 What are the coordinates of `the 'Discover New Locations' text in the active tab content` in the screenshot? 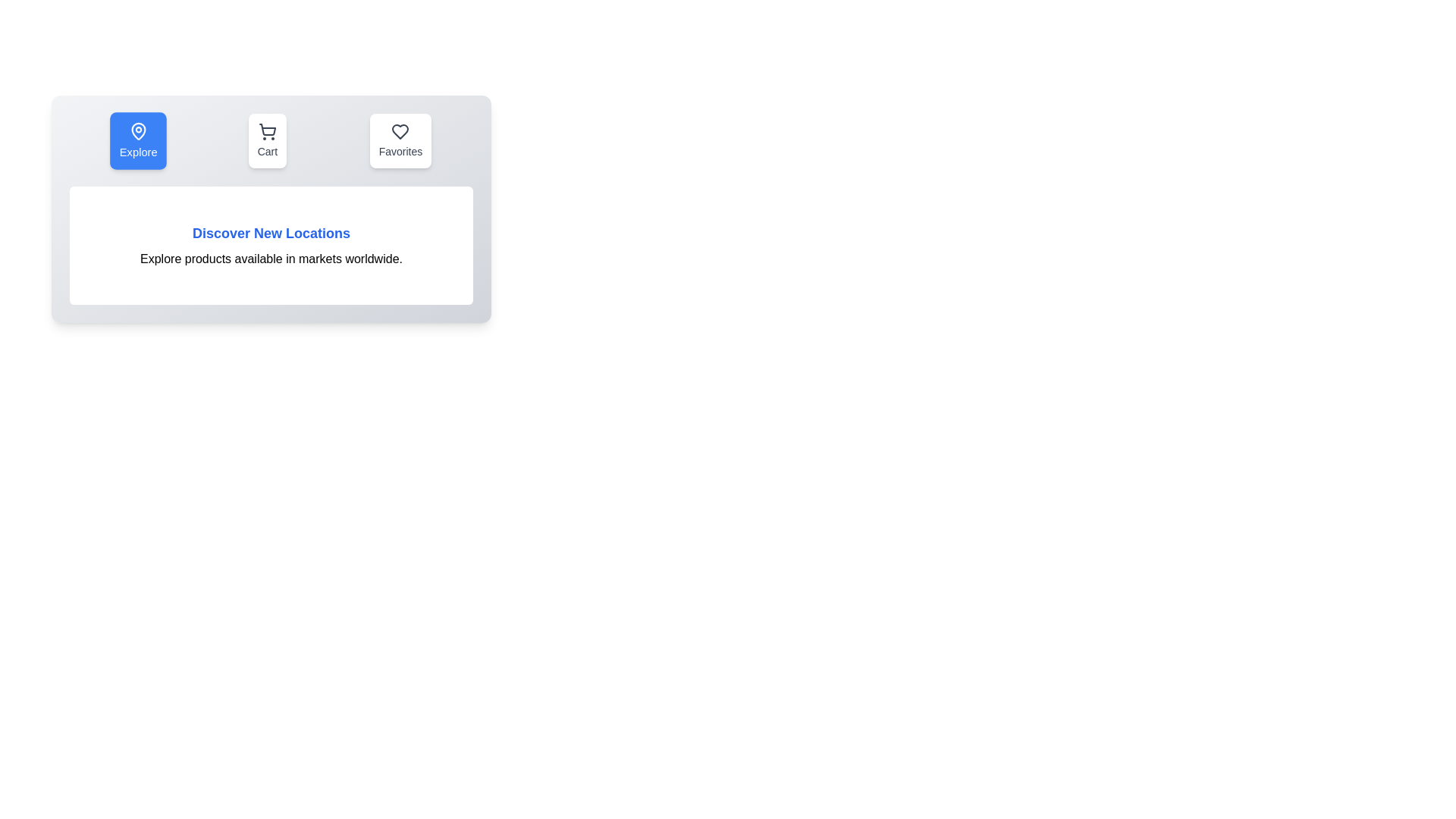 It's located at (271, 234).